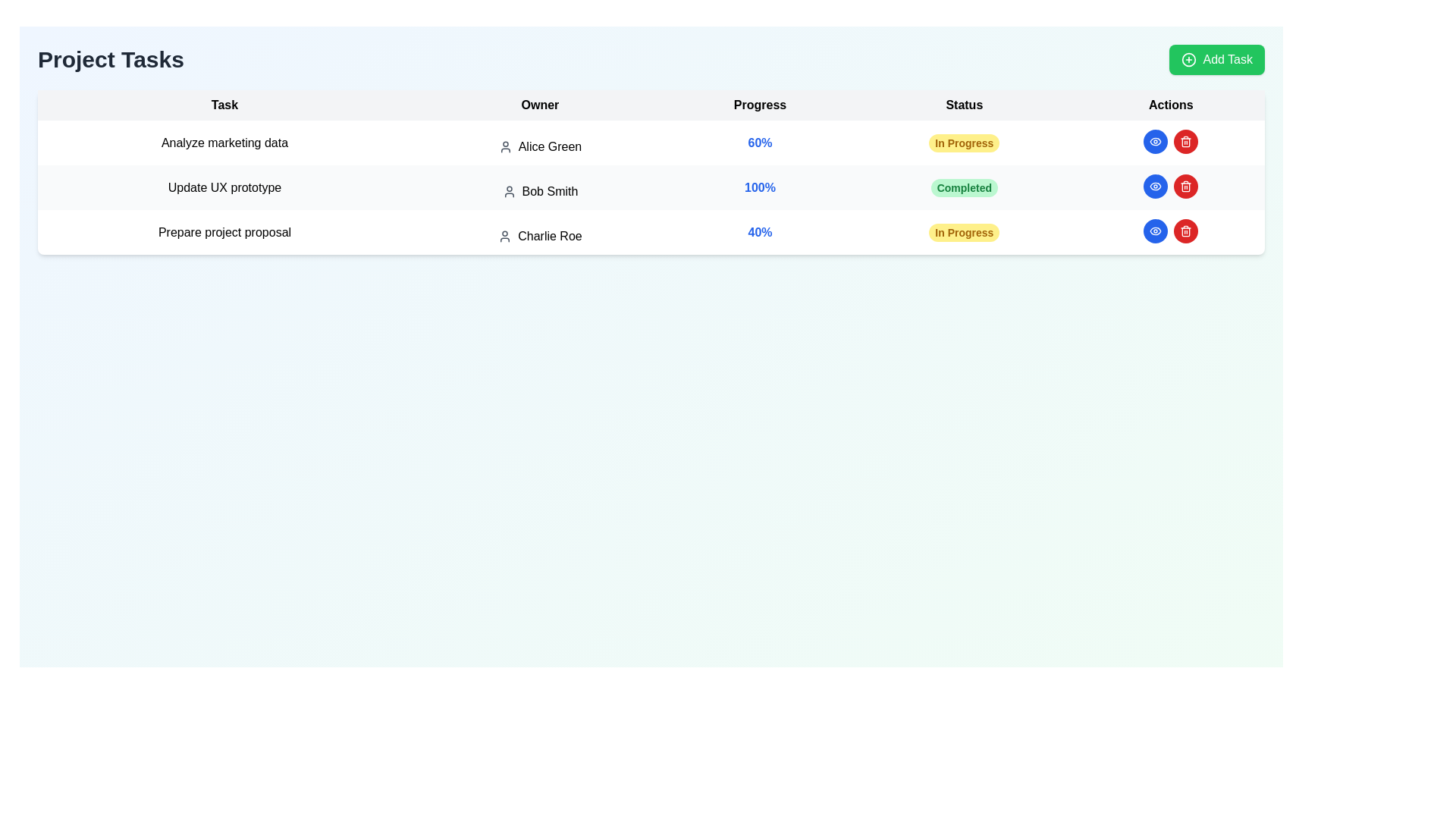  I want to click on text content displayed on the badge-like UI component with a yellow background that shows 'In Progress' in the 'Status' column of the first row of the task table, so click(963, 143).